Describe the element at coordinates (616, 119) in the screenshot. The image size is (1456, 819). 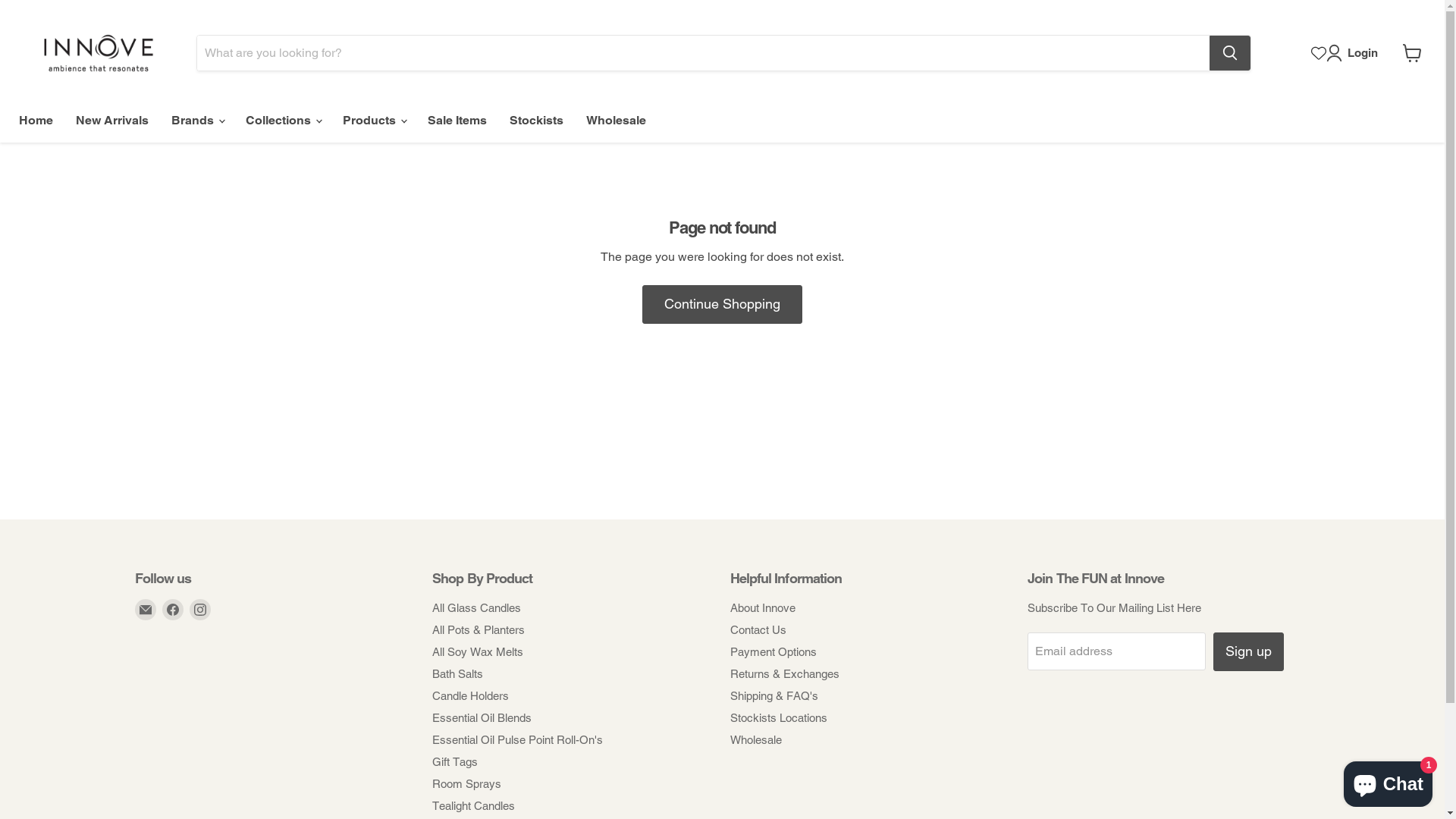
I see `'Wholesale'` at that location.